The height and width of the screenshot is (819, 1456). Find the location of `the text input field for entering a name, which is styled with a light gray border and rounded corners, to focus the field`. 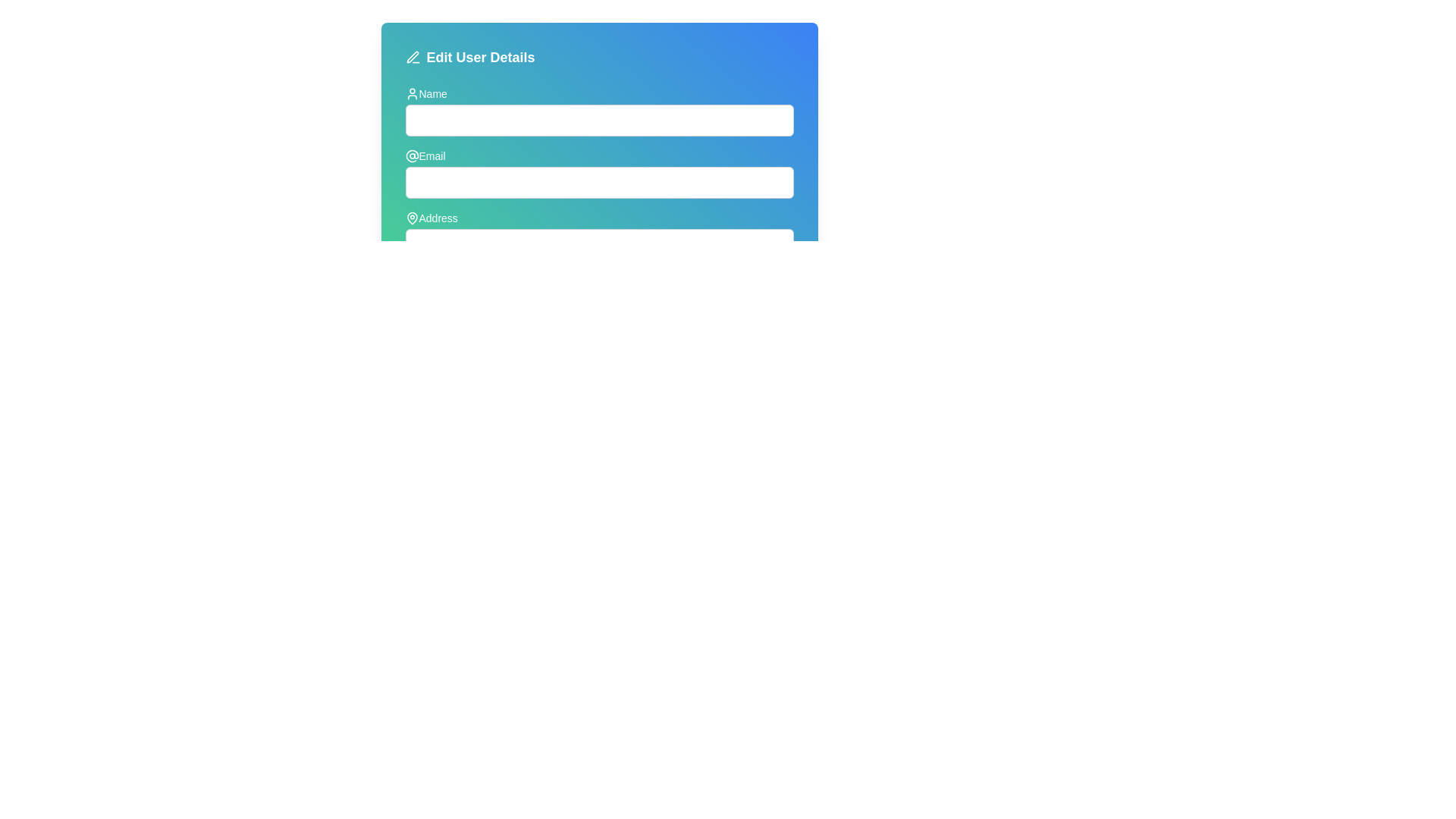

the text input field for entering a name, which is styled with a light gray border and rounded corners, to focus the field is located at coordinates (598, 110).